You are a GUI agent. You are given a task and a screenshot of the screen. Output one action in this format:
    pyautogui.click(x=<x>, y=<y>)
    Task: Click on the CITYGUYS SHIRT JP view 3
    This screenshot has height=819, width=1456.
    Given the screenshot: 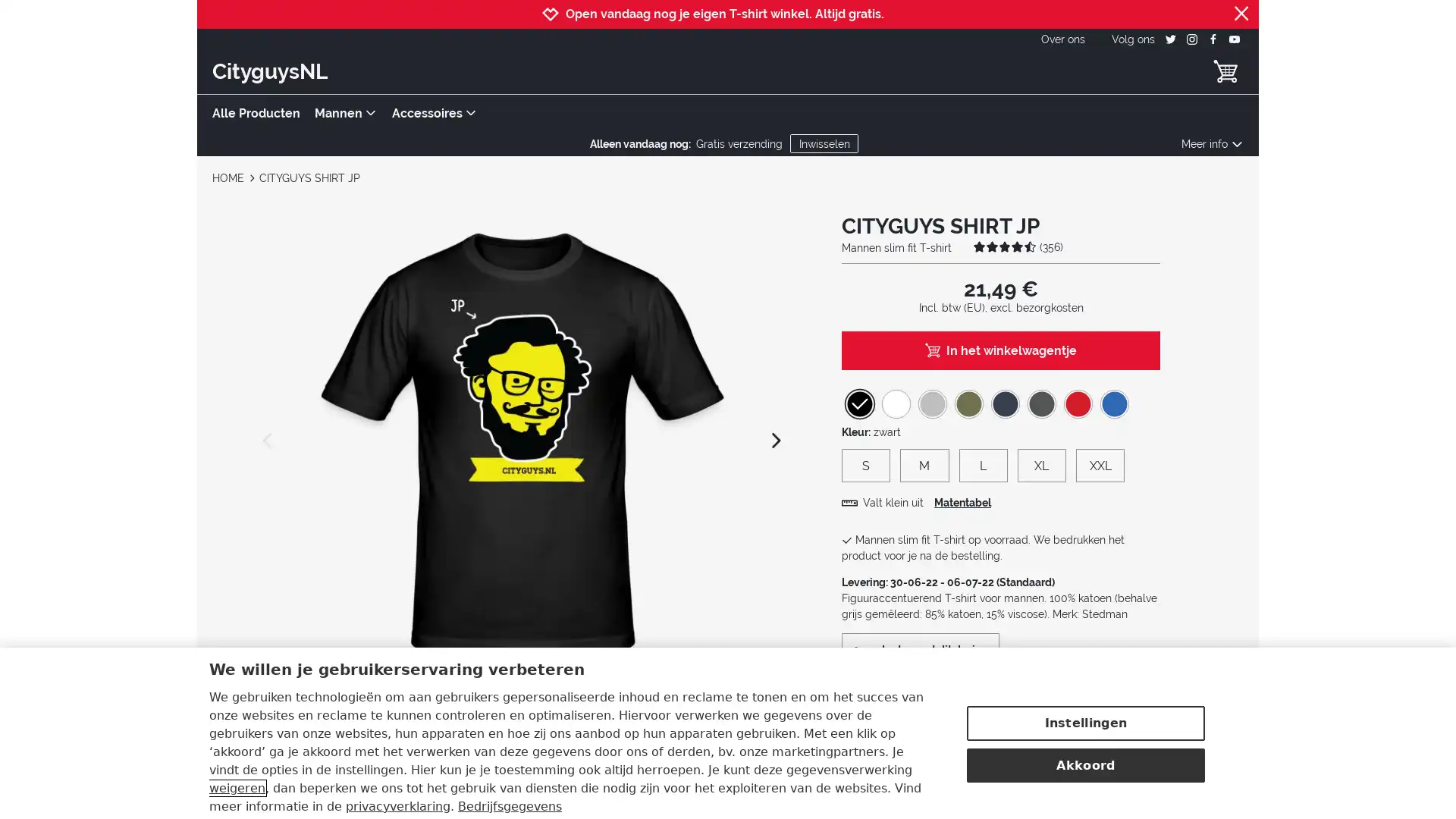 What is the action you would take?
    pyautogui.click(x=519, y=721)
    